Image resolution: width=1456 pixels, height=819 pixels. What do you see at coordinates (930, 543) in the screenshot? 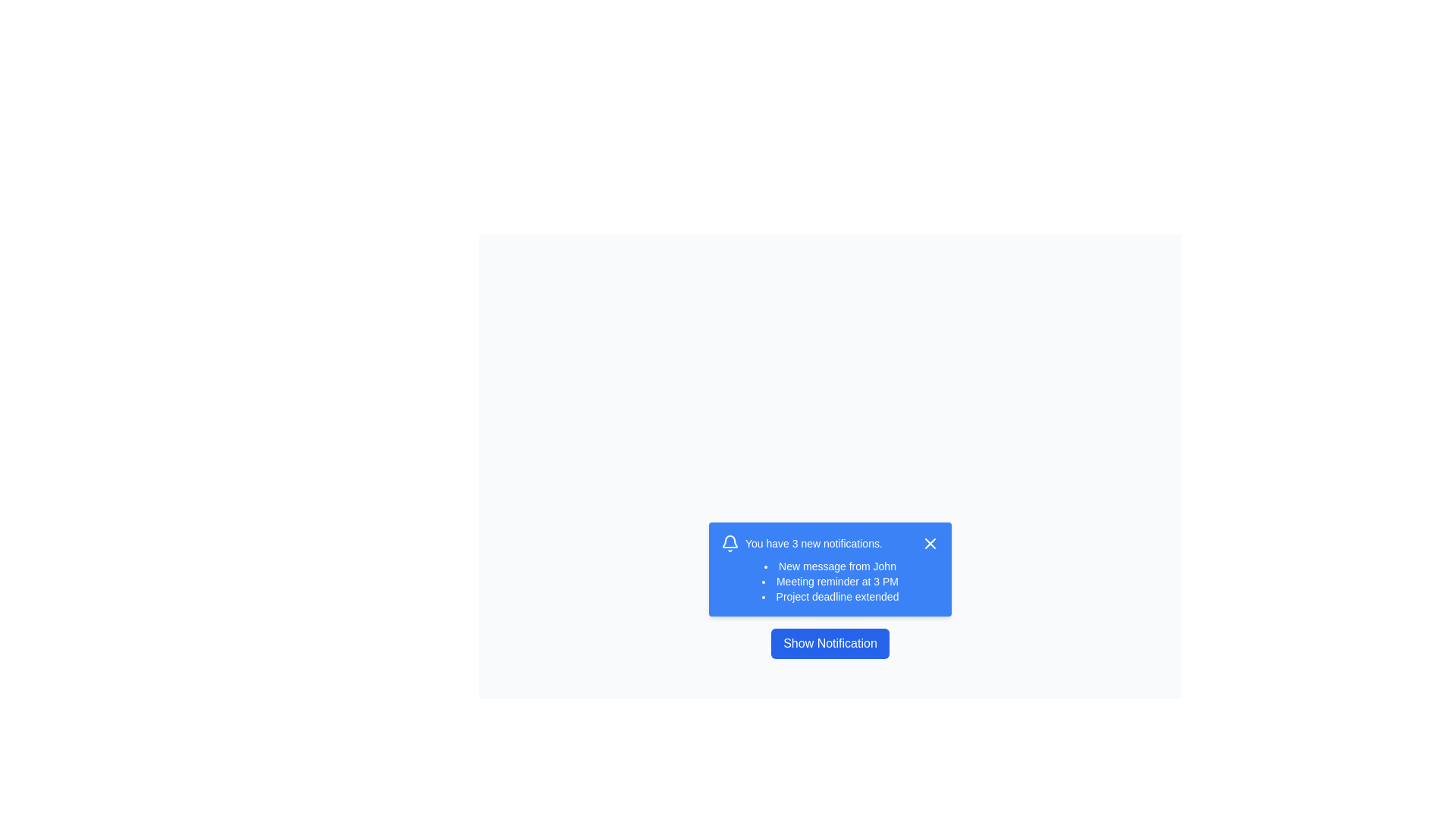
I see `the close button represented by an 'X' icon in the notification panel located to the right of the text 'You have 3 new notifications.'` at bounding box center [930, 543].